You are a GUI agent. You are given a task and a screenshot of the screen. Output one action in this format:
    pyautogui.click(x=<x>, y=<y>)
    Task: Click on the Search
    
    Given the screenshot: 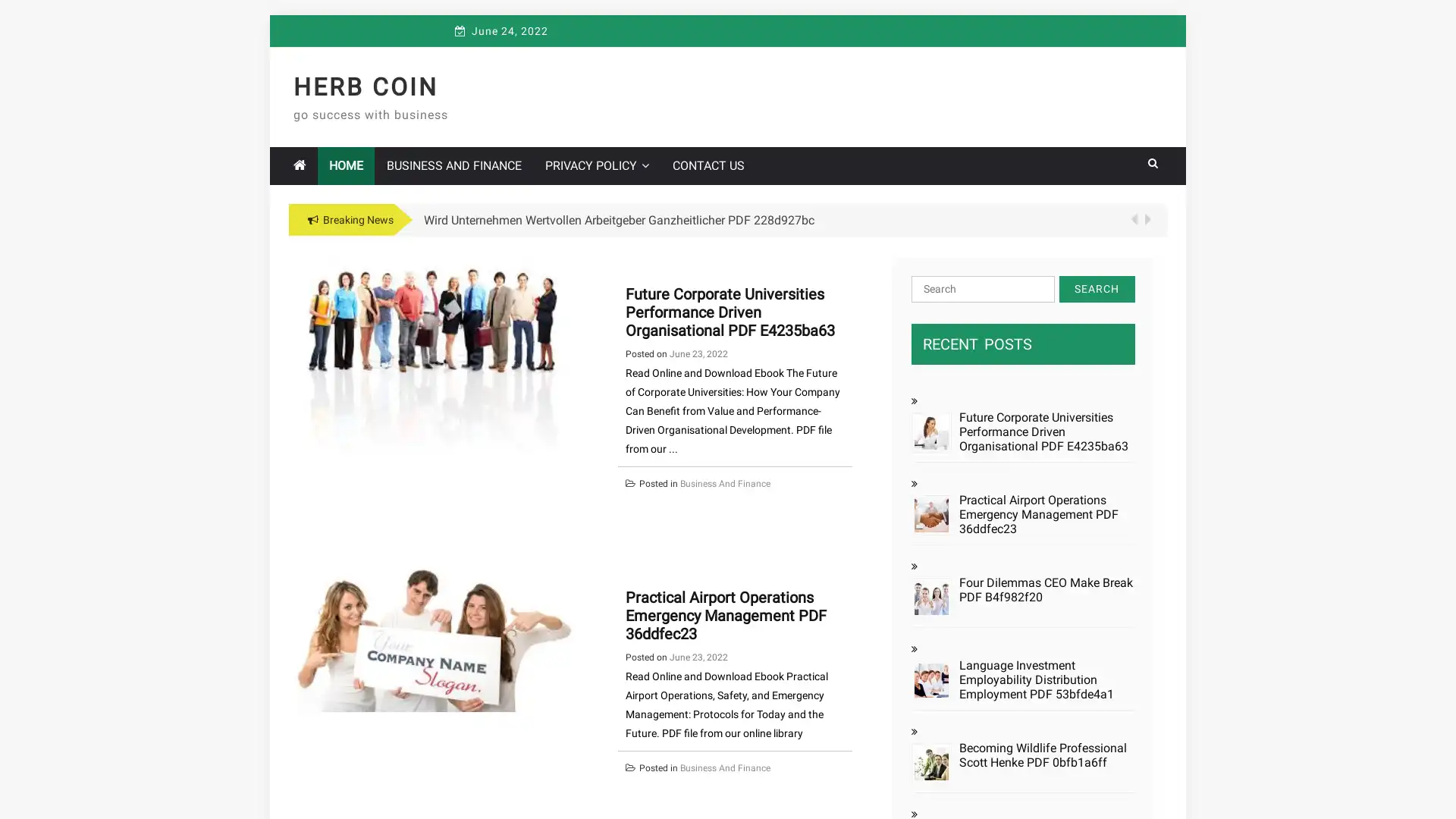 What is the action you would take?
    pyautogui.click(x=1096, y=288)
    